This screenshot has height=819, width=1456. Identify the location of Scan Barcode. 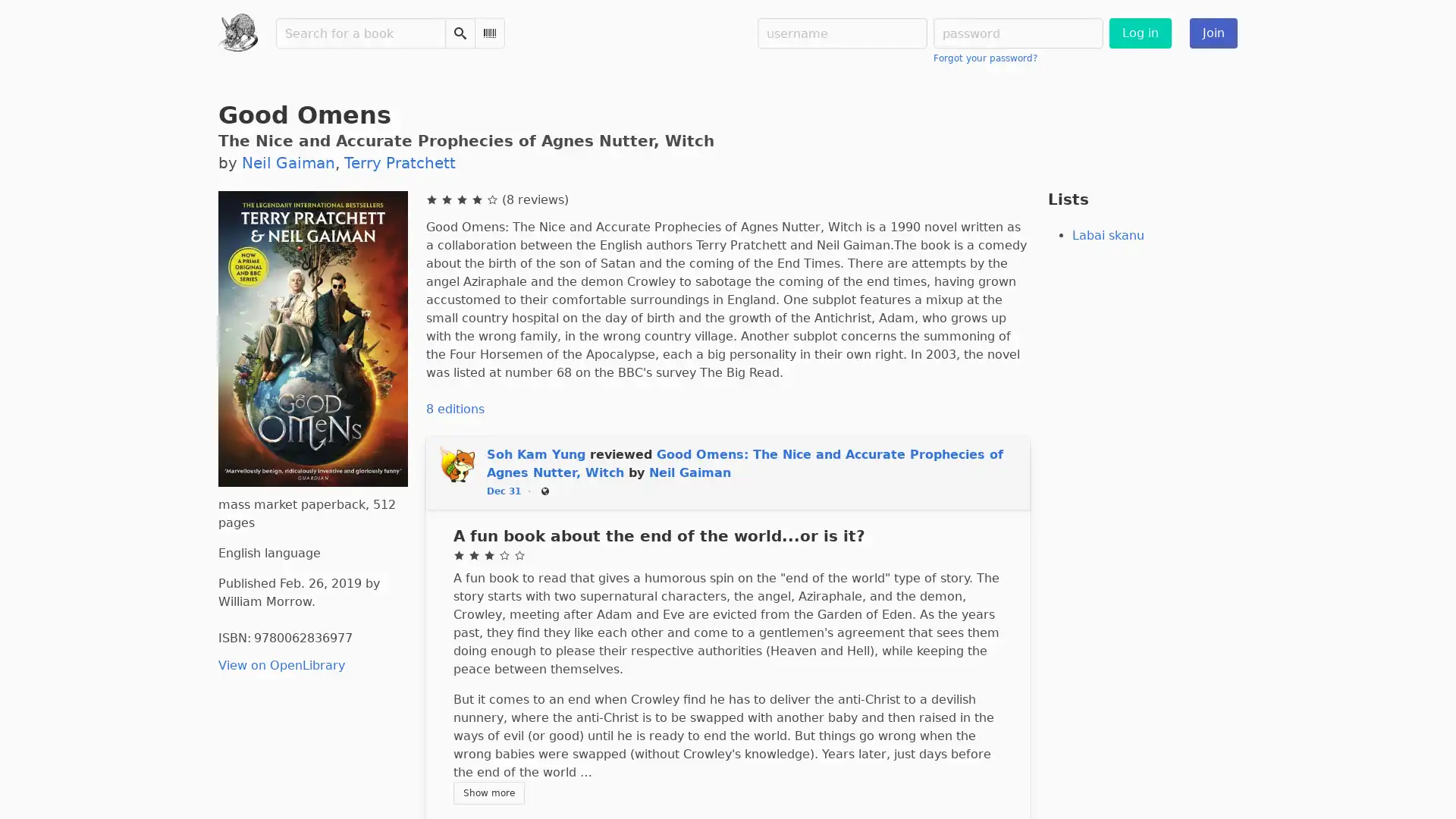
(488, 33).